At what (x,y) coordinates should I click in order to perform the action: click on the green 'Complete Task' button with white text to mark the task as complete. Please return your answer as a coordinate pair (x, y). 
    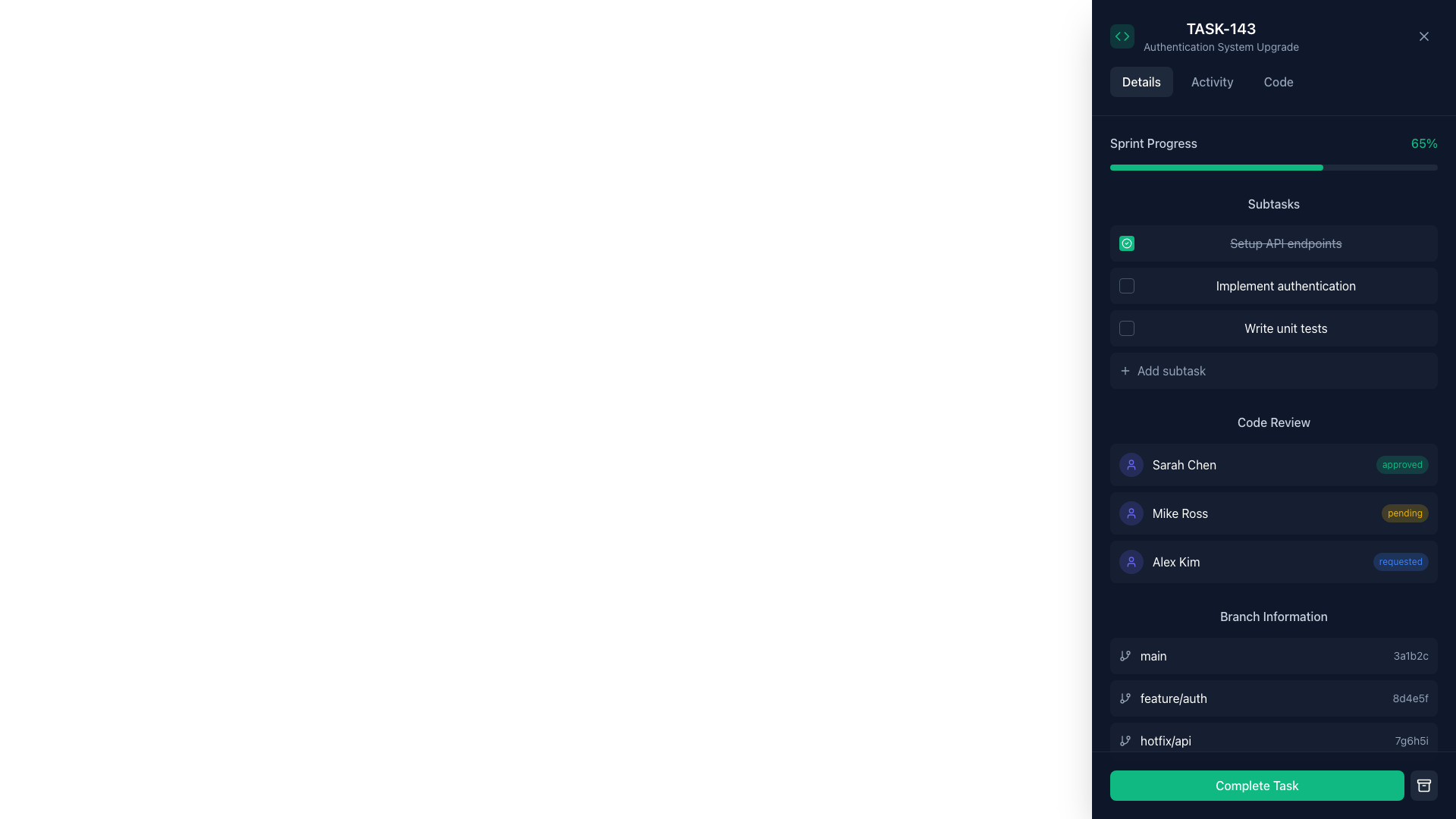
    Looking at the image, I should click on (1257, 785).